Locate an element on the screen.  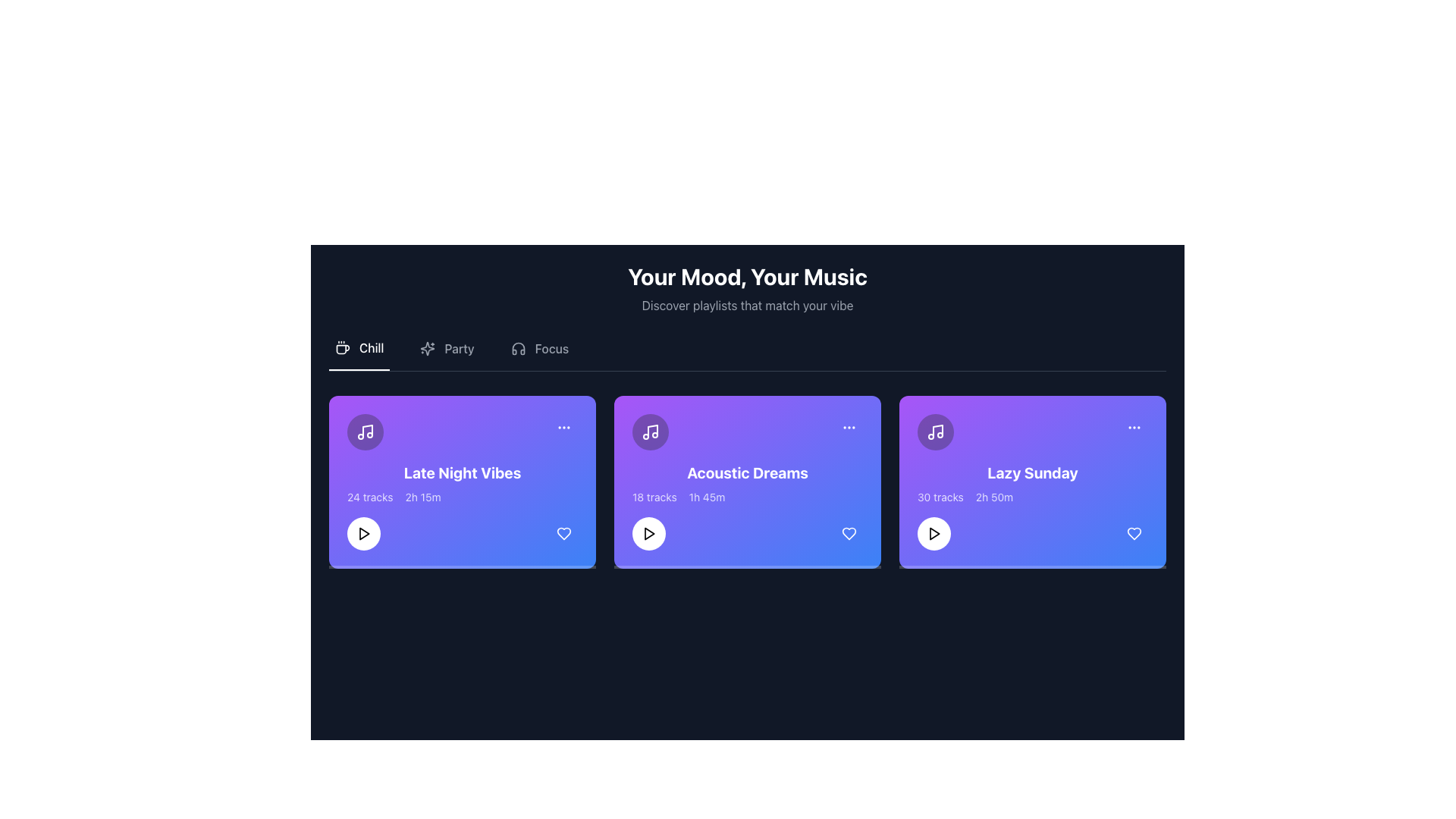
the heart-shaped icon at the bottom right corner of the 'Lazy Sunday' card to mark it as a favorite is located at coordinates (1134, 533).